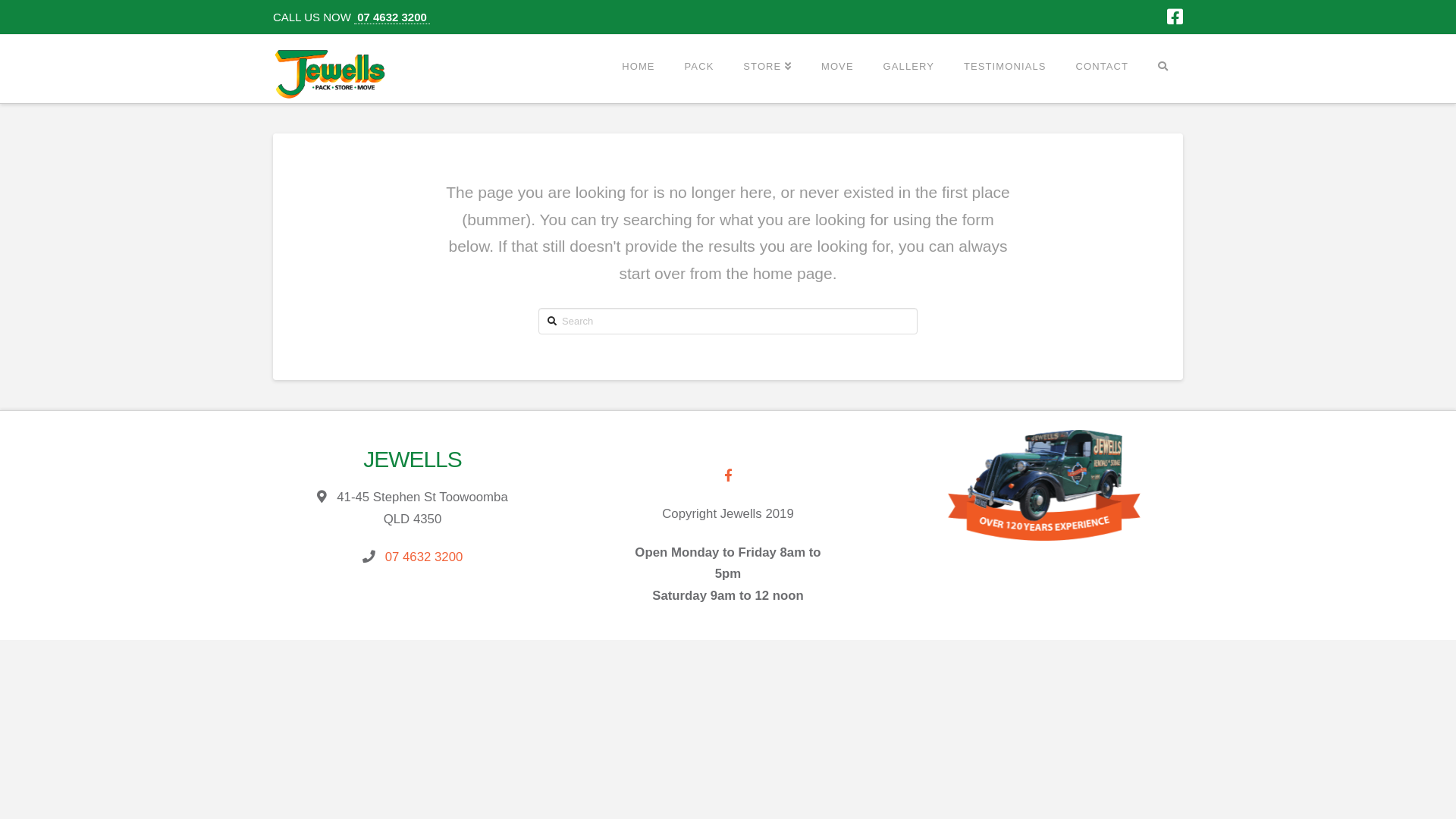  I want to click on 'TESTIMONIALS', so click(948, 65).